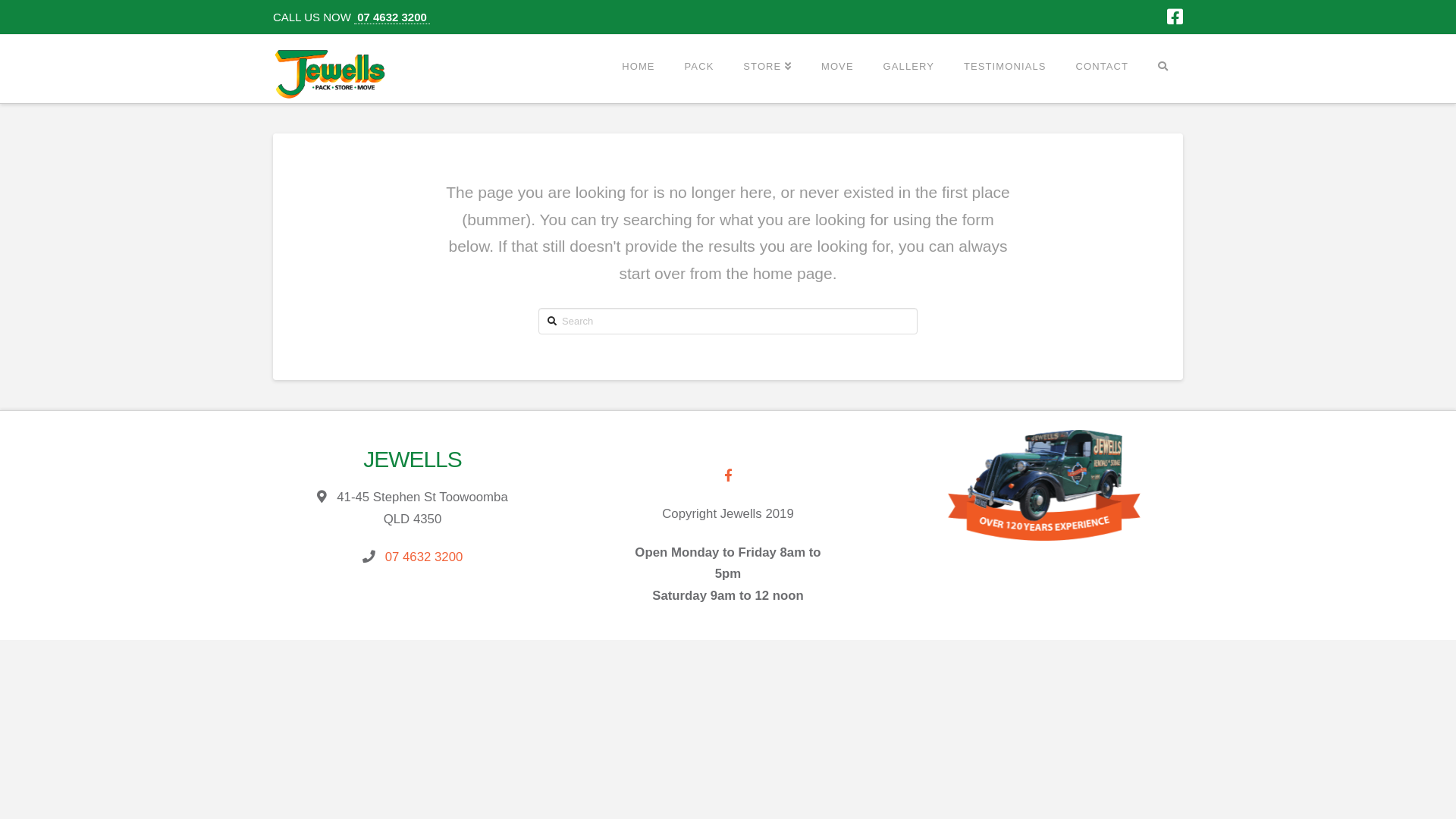  I want to click on 'TESTIMONIALS', so click(948, 65).